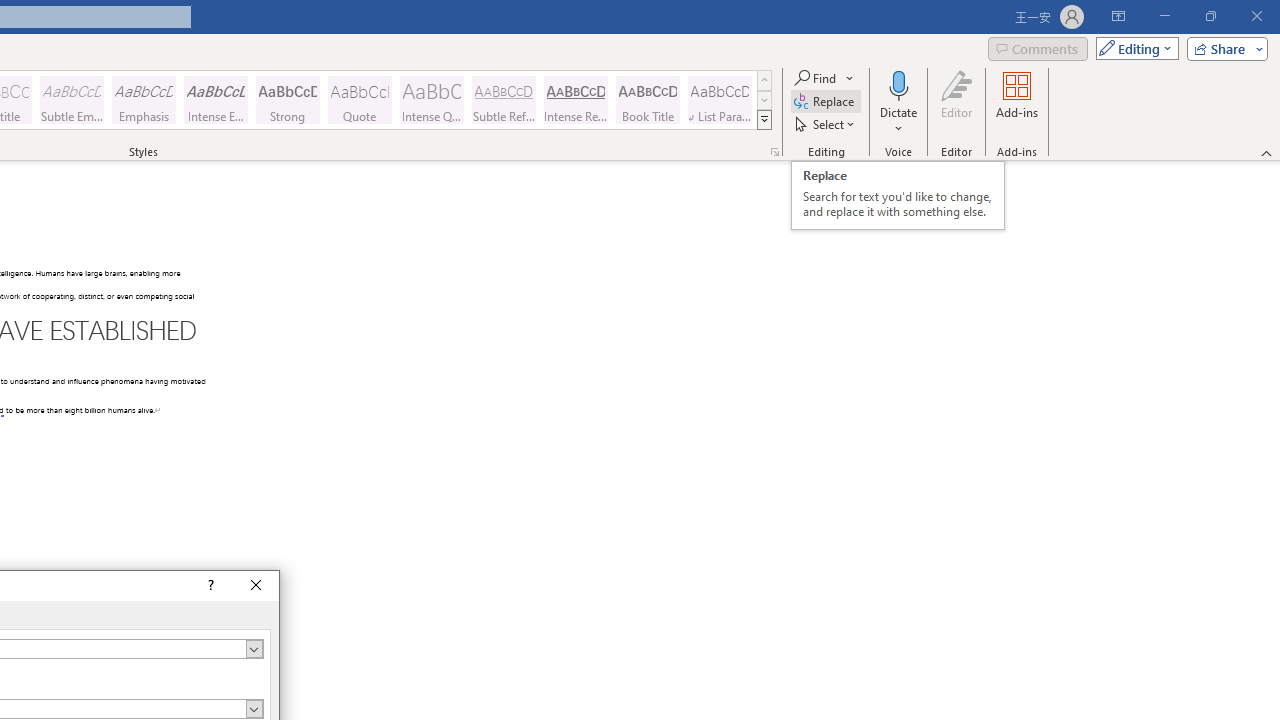 The image size is (1280, 720). I want to click on 'Emphasis', so click(143, 100).